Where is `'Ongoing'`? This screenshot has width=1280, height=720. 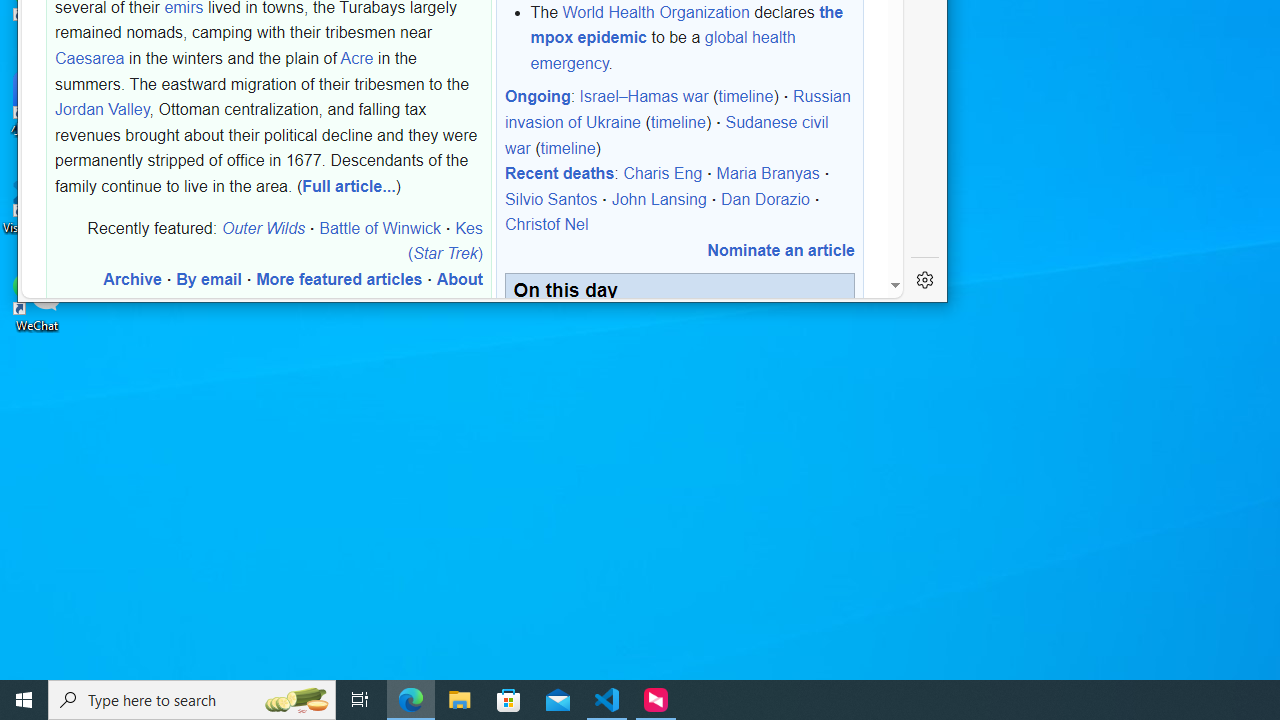 'Ongoing' is located at coordinates (537, 96).